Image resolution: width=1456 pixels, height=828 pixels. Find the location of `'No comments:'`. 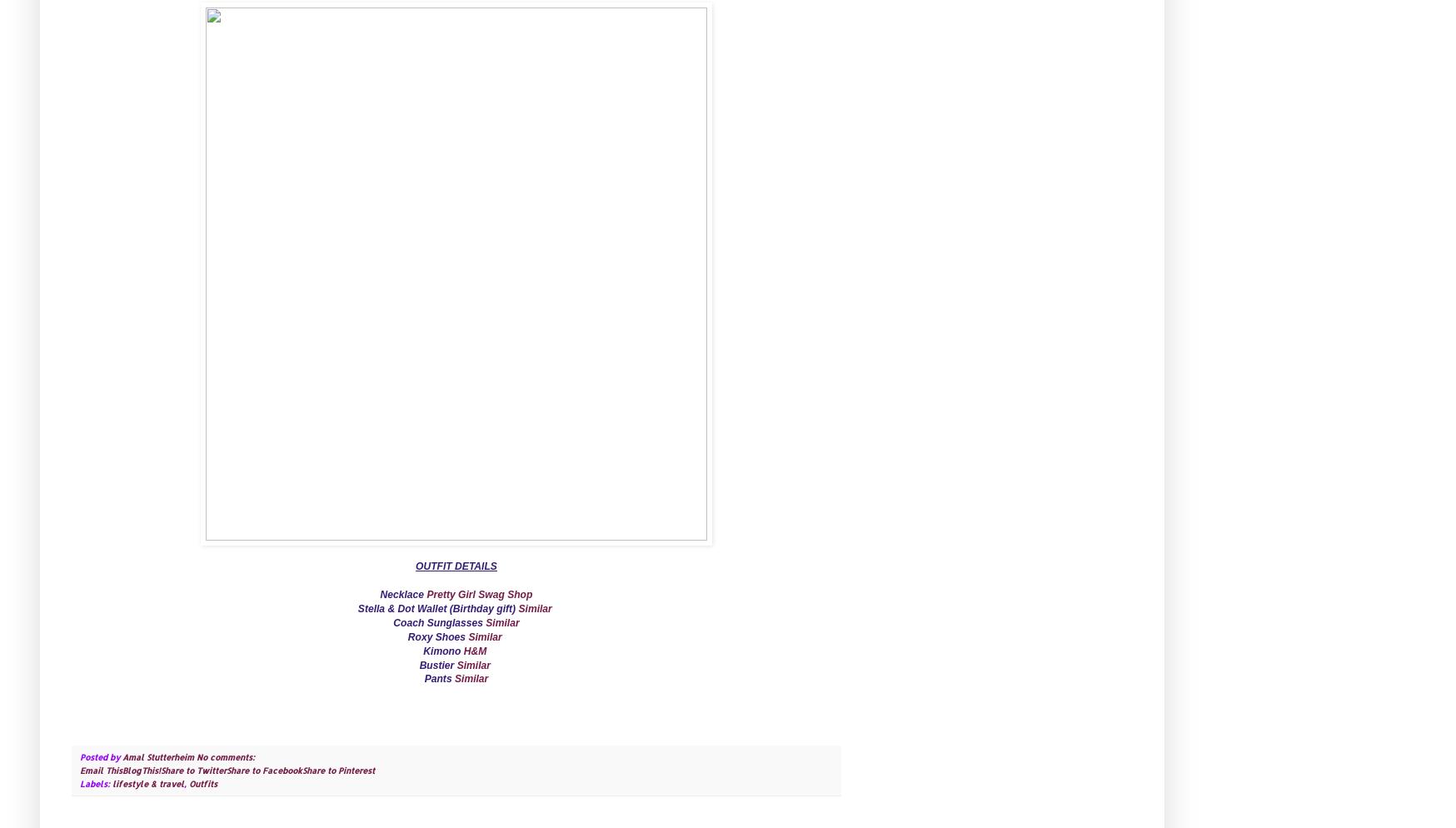

'No comments:' is located at coordinates (227, 756).